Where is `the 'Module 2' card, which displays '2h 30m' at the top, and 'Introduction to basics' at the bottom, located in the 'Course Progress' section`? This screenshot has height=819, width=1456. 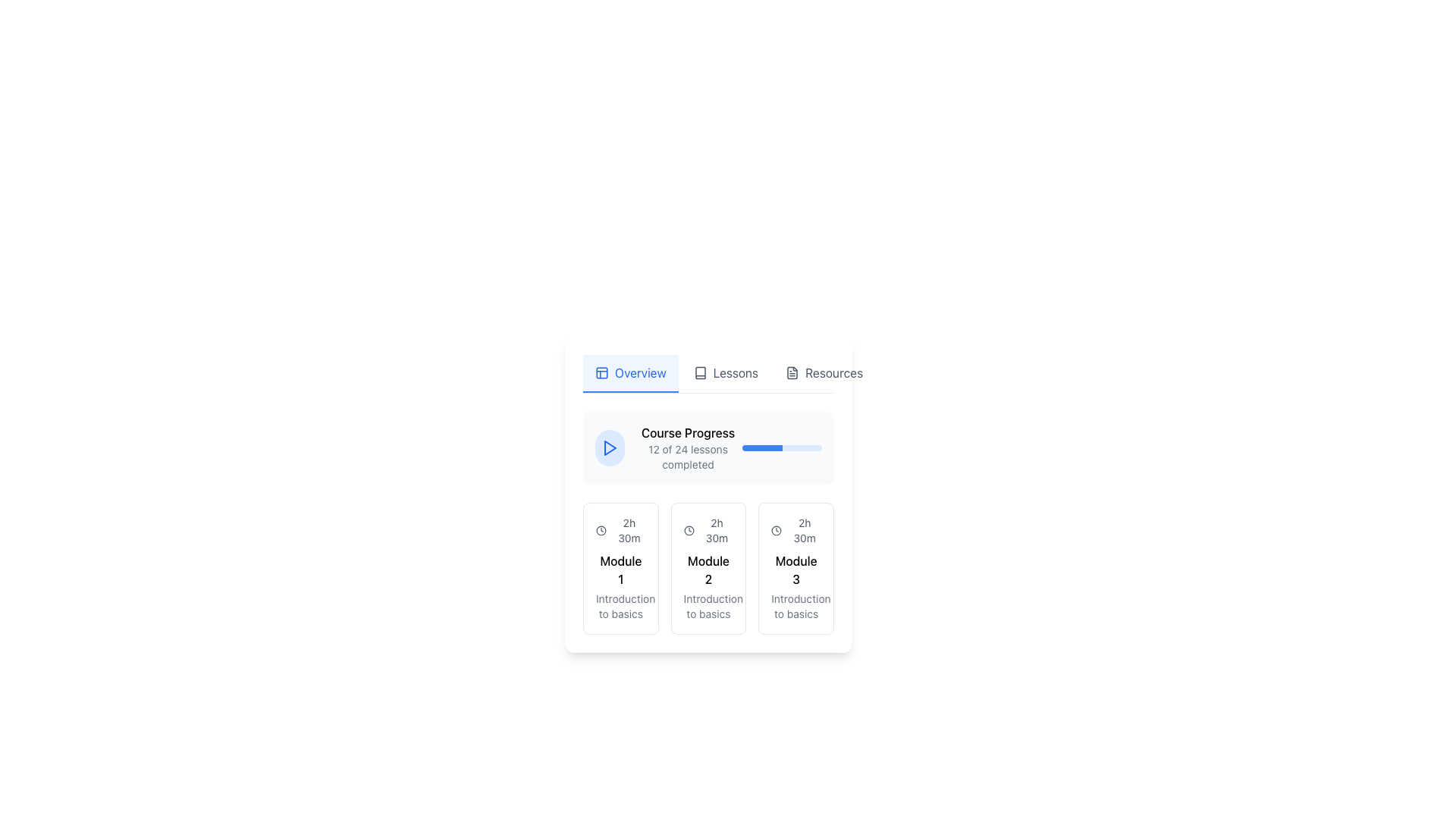 the 'Module 2' card, which displays '2h 30m' at the top, and 'Introduction to basics' at the bottom, located in the 'Course Progress' section is located at coordinates (708, 568).